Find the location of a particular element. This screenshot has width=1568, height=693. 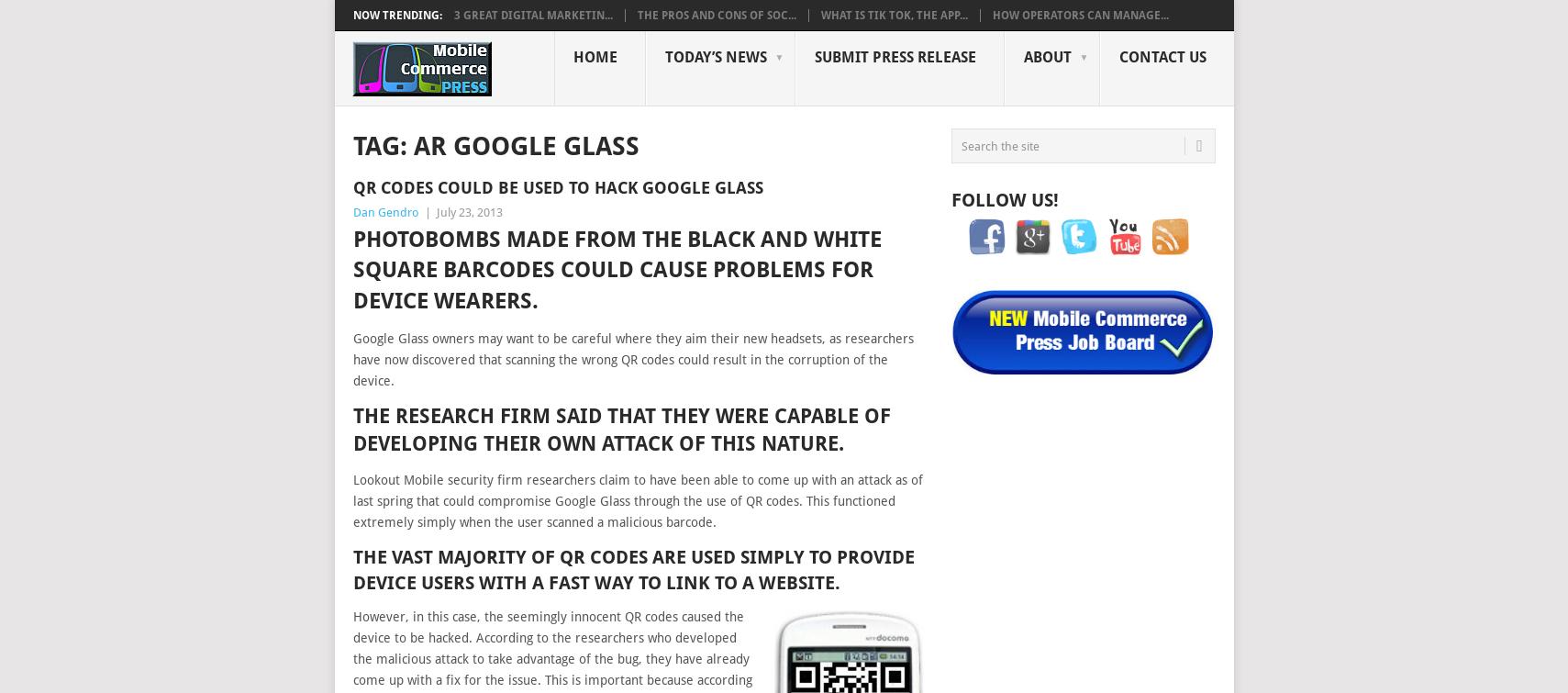

'Home' is located at coordinates (594, 57).